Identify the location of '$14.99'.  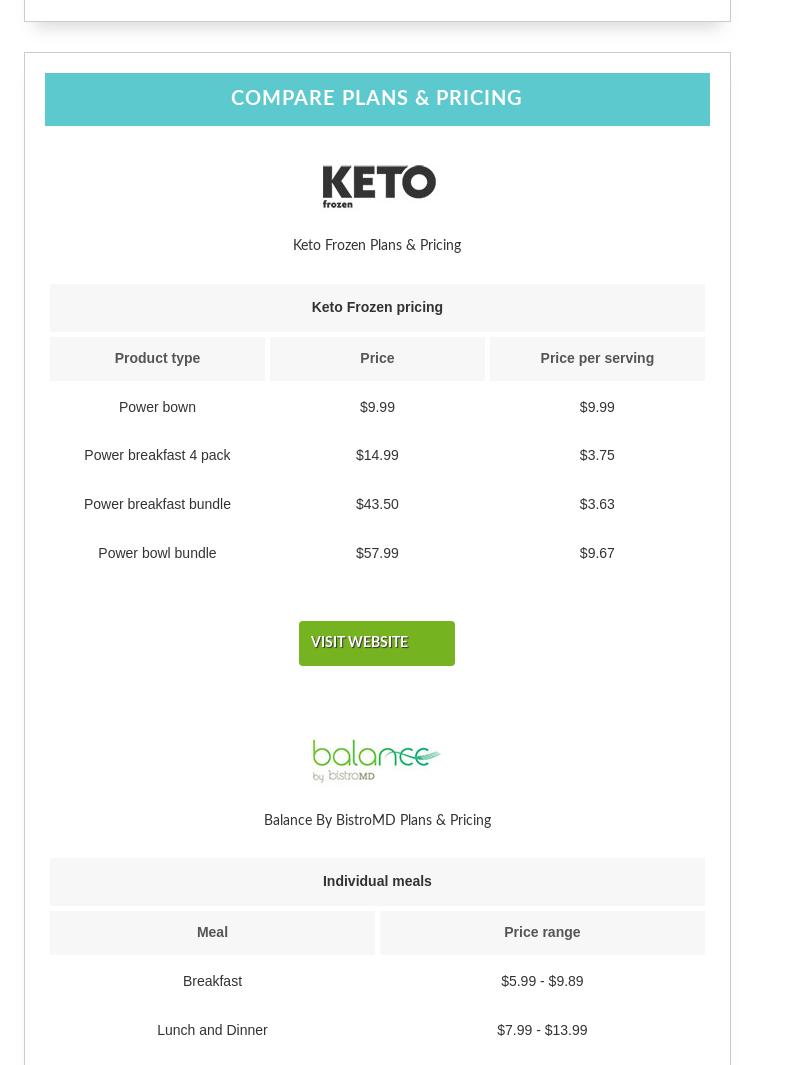
(376, 453).